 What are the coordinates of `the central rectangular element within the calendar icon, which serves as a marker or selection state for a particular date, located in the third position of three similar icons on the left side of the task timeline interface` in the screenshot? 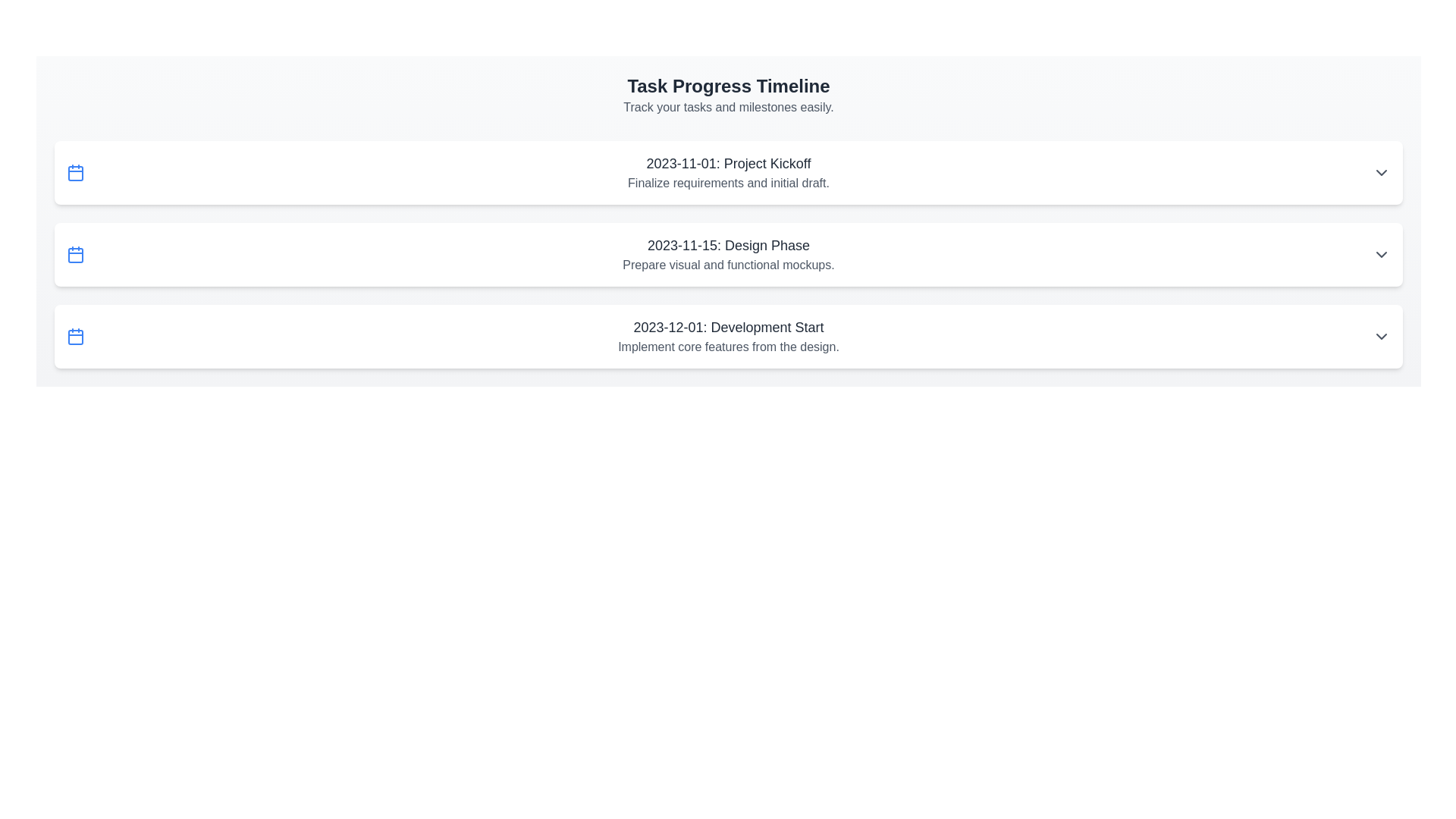 It's located at (75, 254).